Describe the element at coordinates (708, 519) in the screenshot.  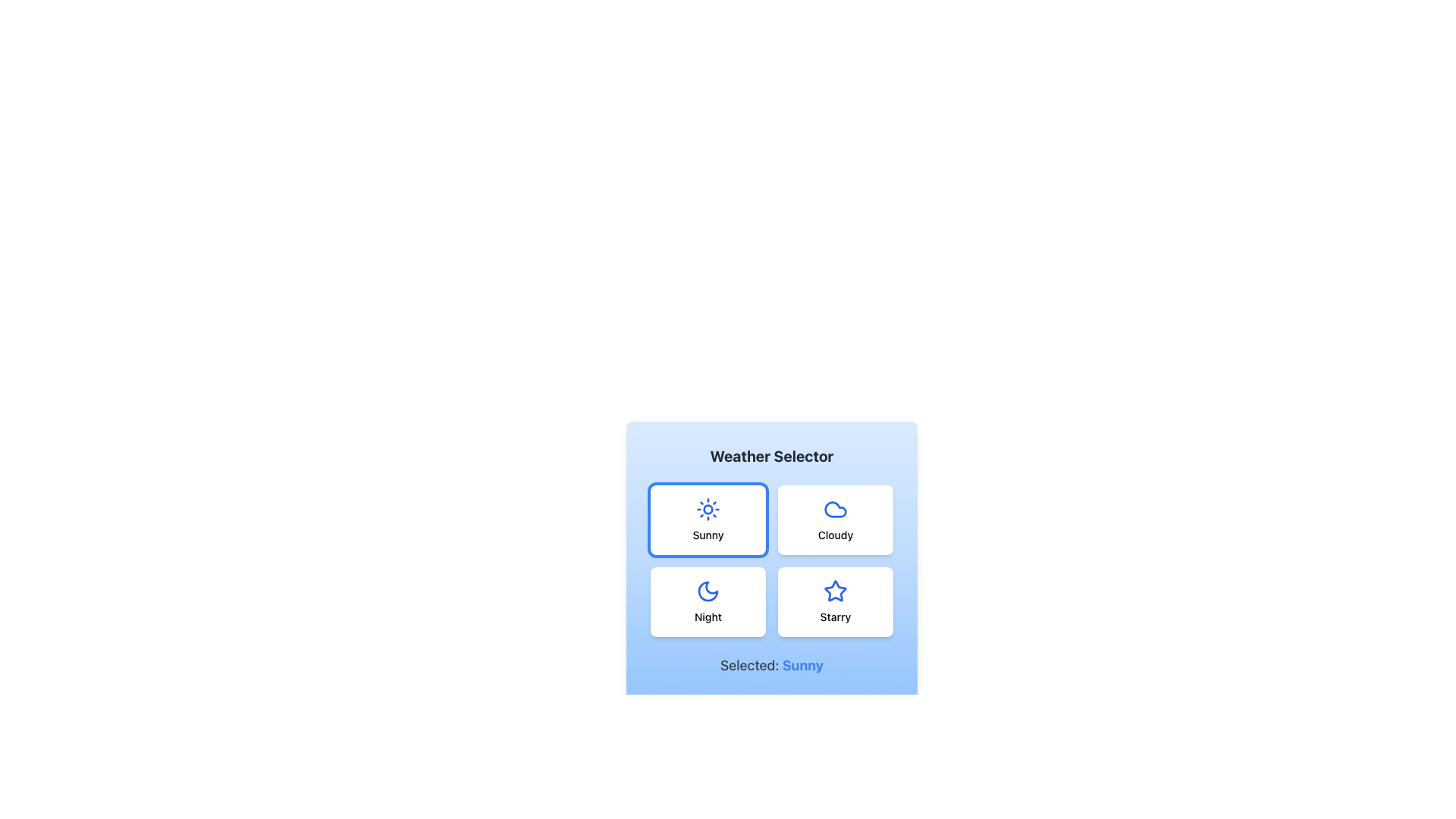
I see `the 'Sunny' button in the Weather Selector section` at that location.